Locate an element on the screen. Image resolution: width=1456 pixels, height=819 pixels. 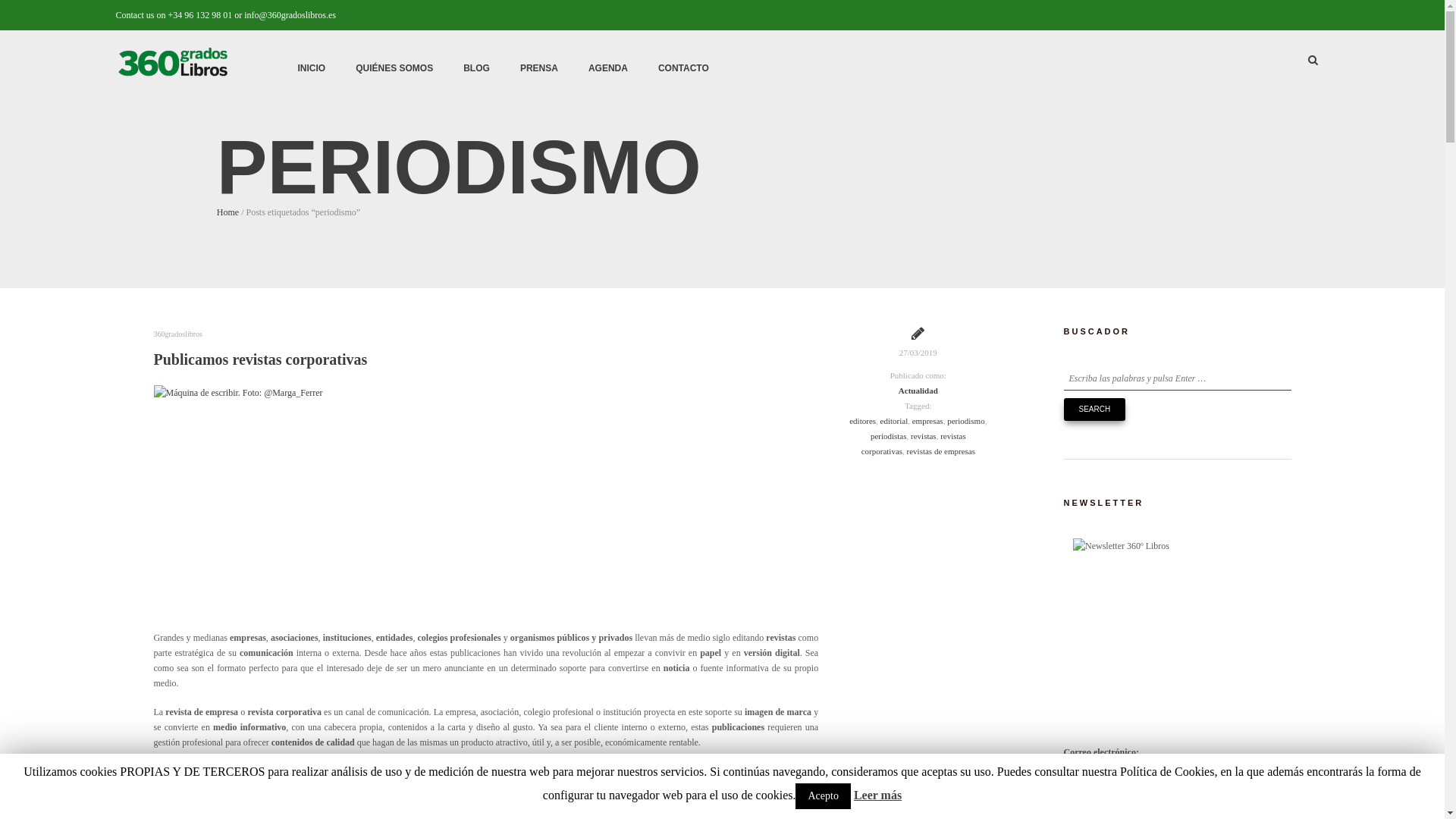
'editorial' is located at coordinates (894, 421).